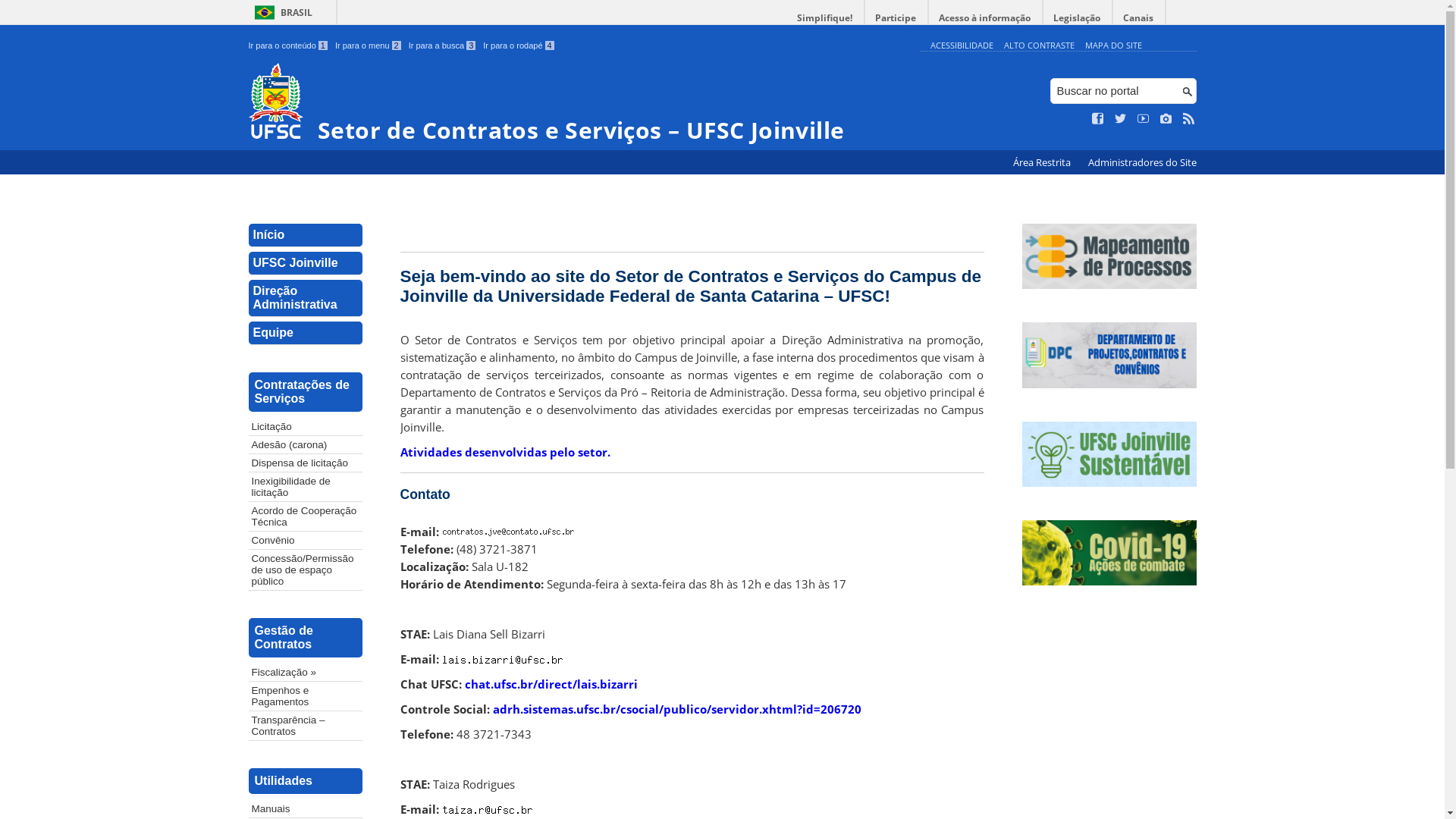 This screenshot has height=819, width=1456. Describe the element at coordinates (305, 696) in the screenshot. I see `'Empenhos e Pagamentos'` at that location.